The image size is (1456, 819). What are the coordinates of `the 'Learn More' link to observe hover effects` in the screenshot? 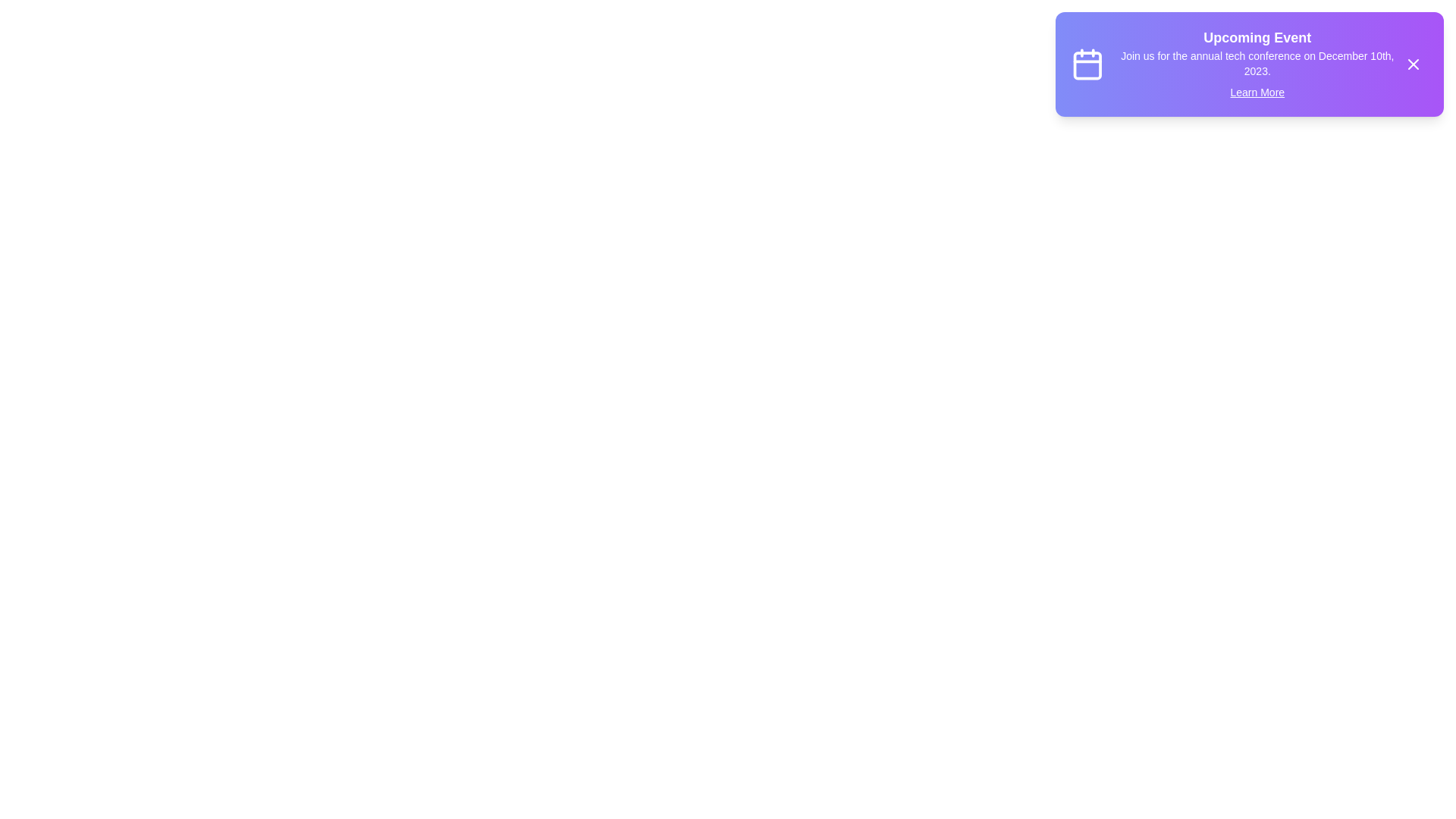 It's located at (1257, 93).